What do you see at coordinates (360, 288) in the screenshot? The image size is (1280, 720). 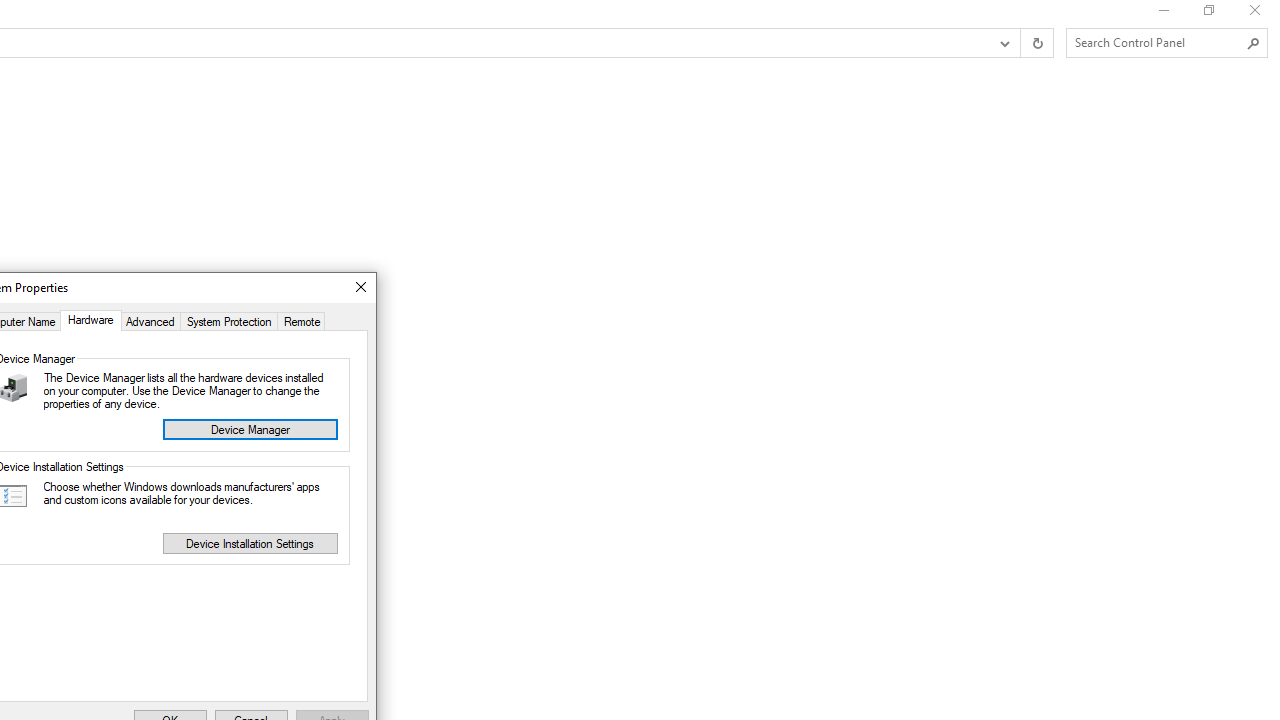 I see `'Close'` at bounding box center [360, 288].